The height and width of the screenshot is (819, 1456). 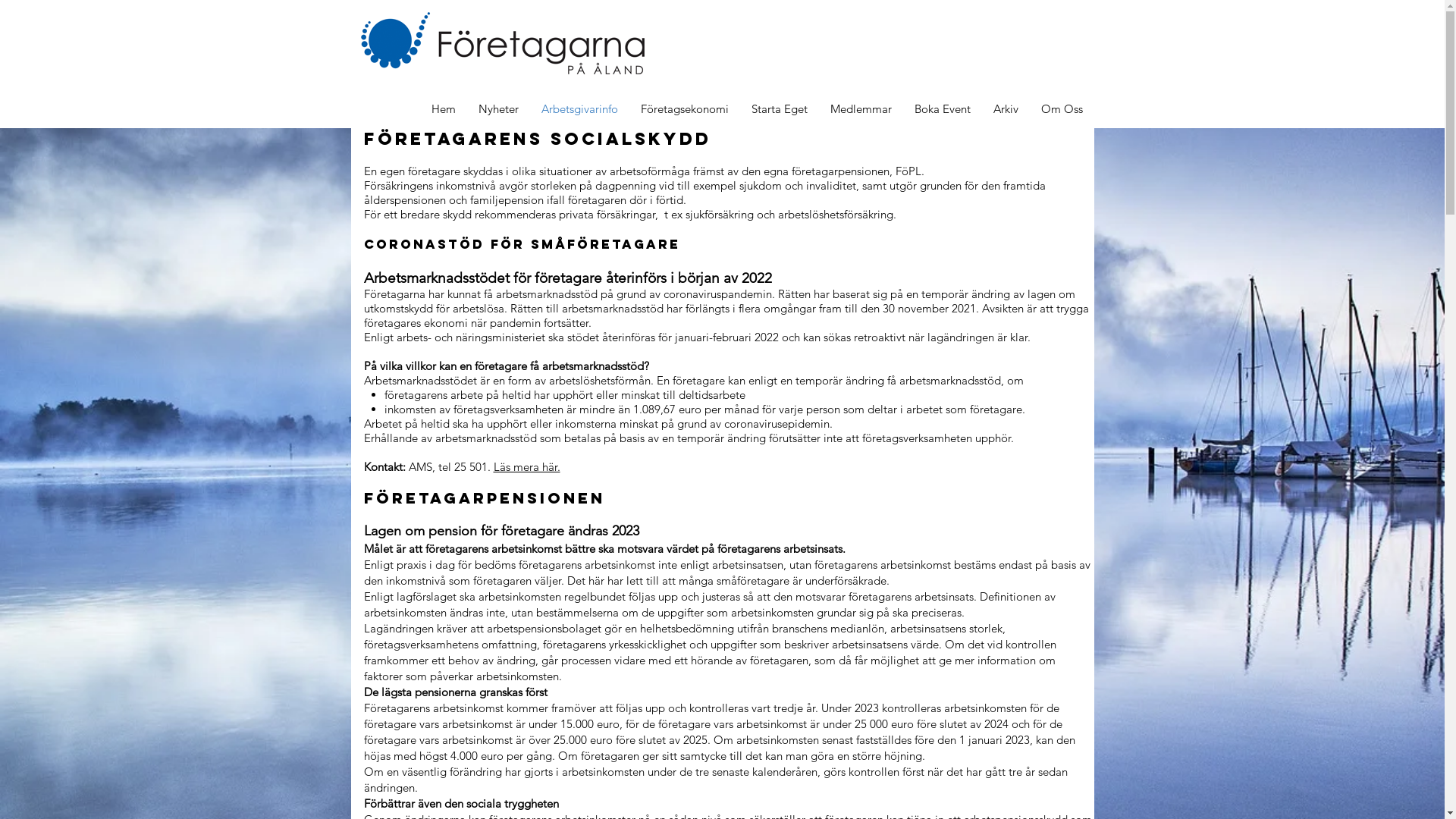 What do you see at coordinates (739, 108) in the screenshot?
I see `'Starta Eget'` at bounding box center [739, 108].